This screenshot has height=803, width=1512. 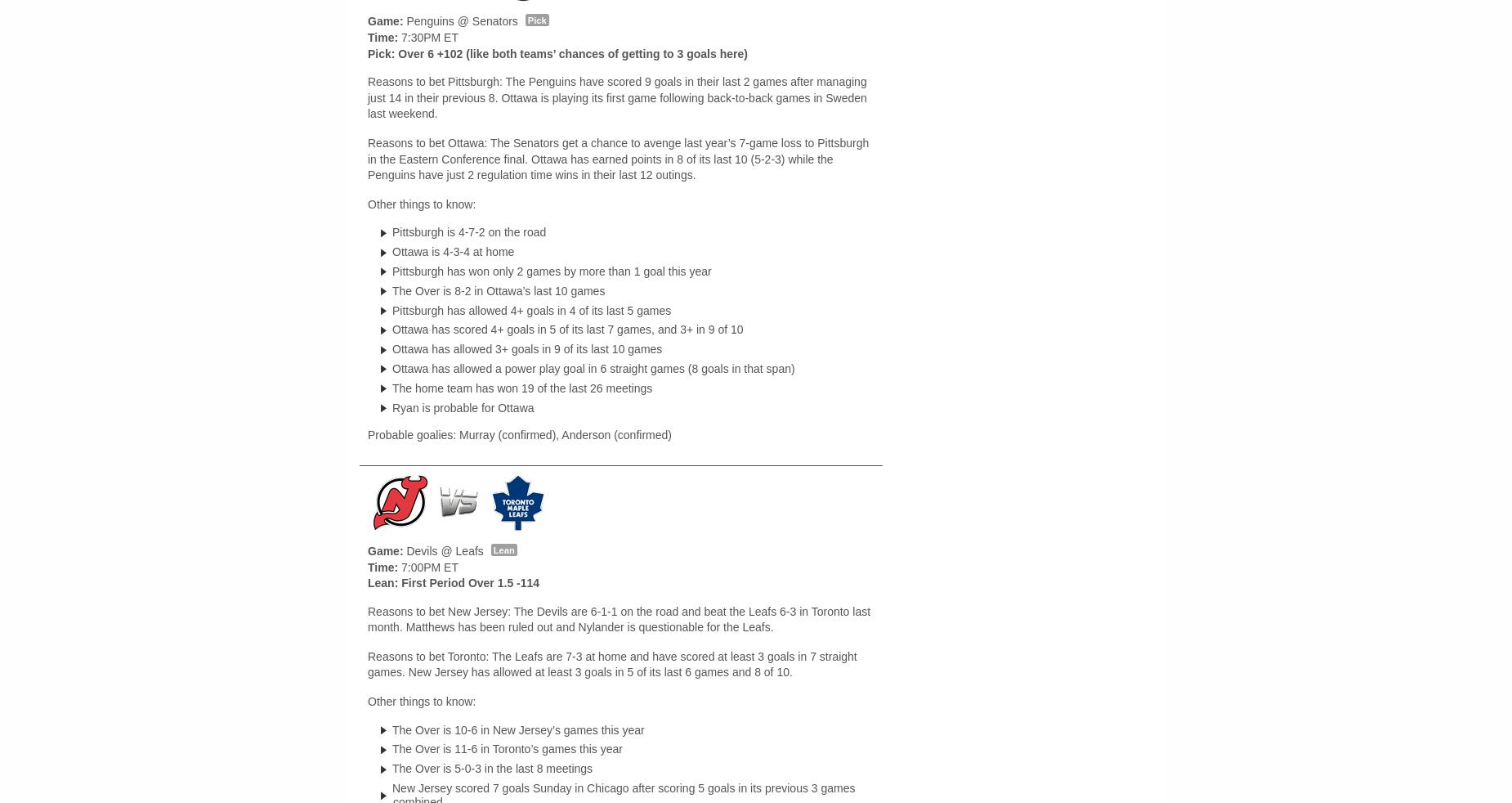 What do you see at coordinates (619, 619) in the screenshot?
I see `'Reasons to bet New Jersey: The Devils are 6-1-1 on the road and beat the Leafs 6-3 in Toronto last month. Matthews has been ruled out and Nylander is questionable for the Leafs.'` at bounding box center [619, 619].